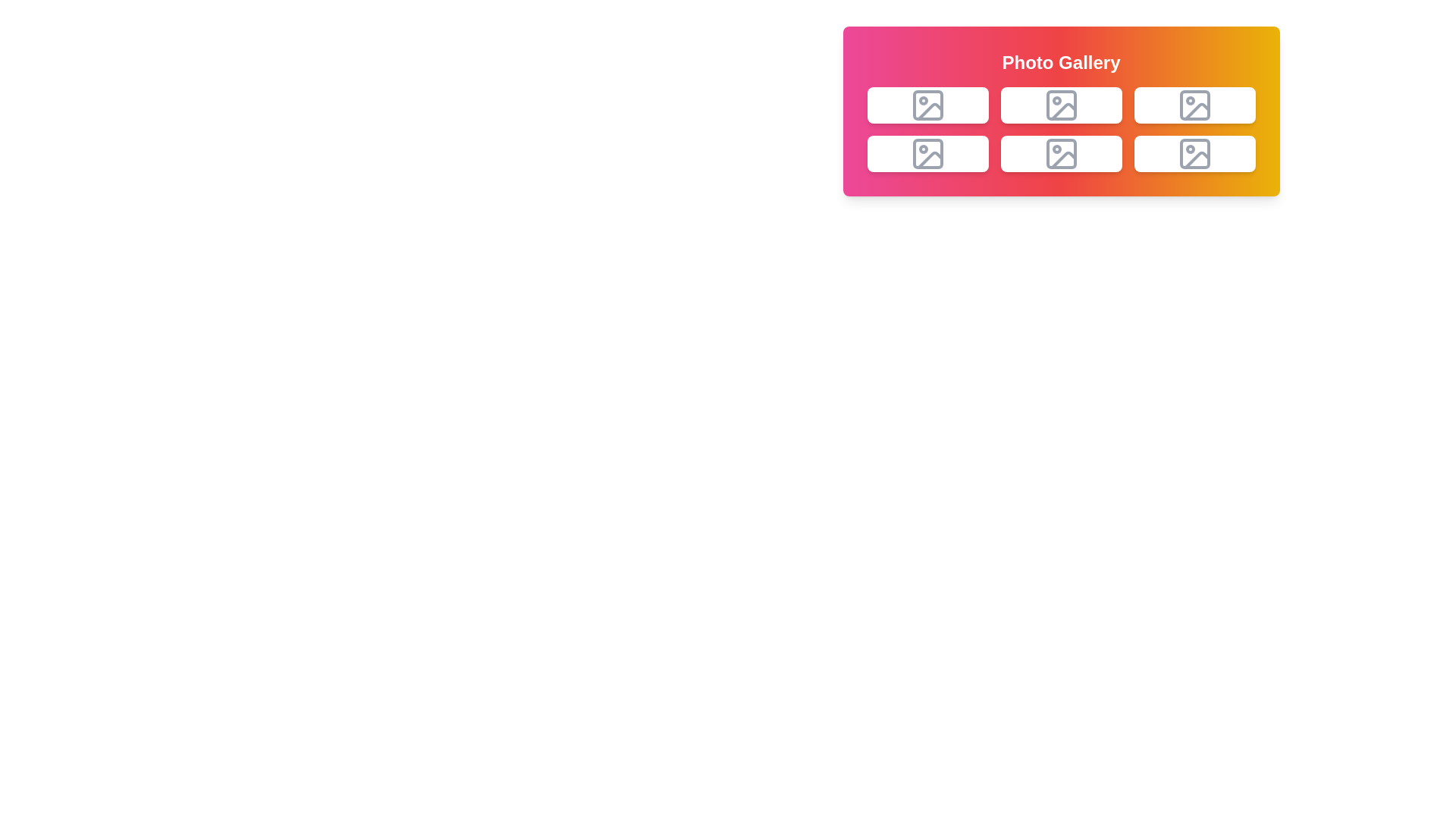 The width and height of the screenshot is (1456, 819). What do you see at coordinates (927, 154) in the screenshot?
I see `the image placeholder icon, which is the second element in the second row of a grid layout` at bounding box center [927, 154].